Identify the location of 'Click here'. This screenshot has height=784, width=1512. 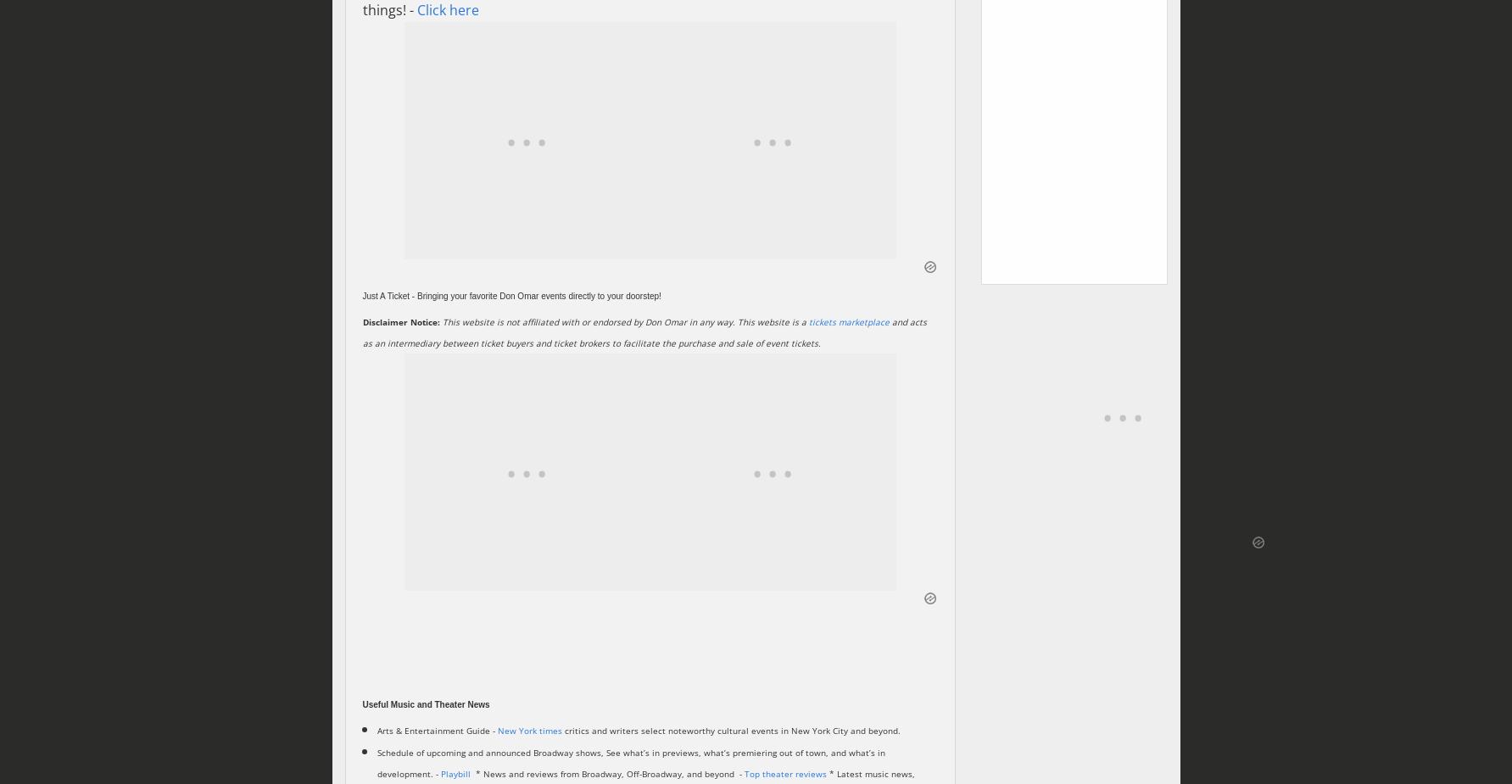
(446, 9).